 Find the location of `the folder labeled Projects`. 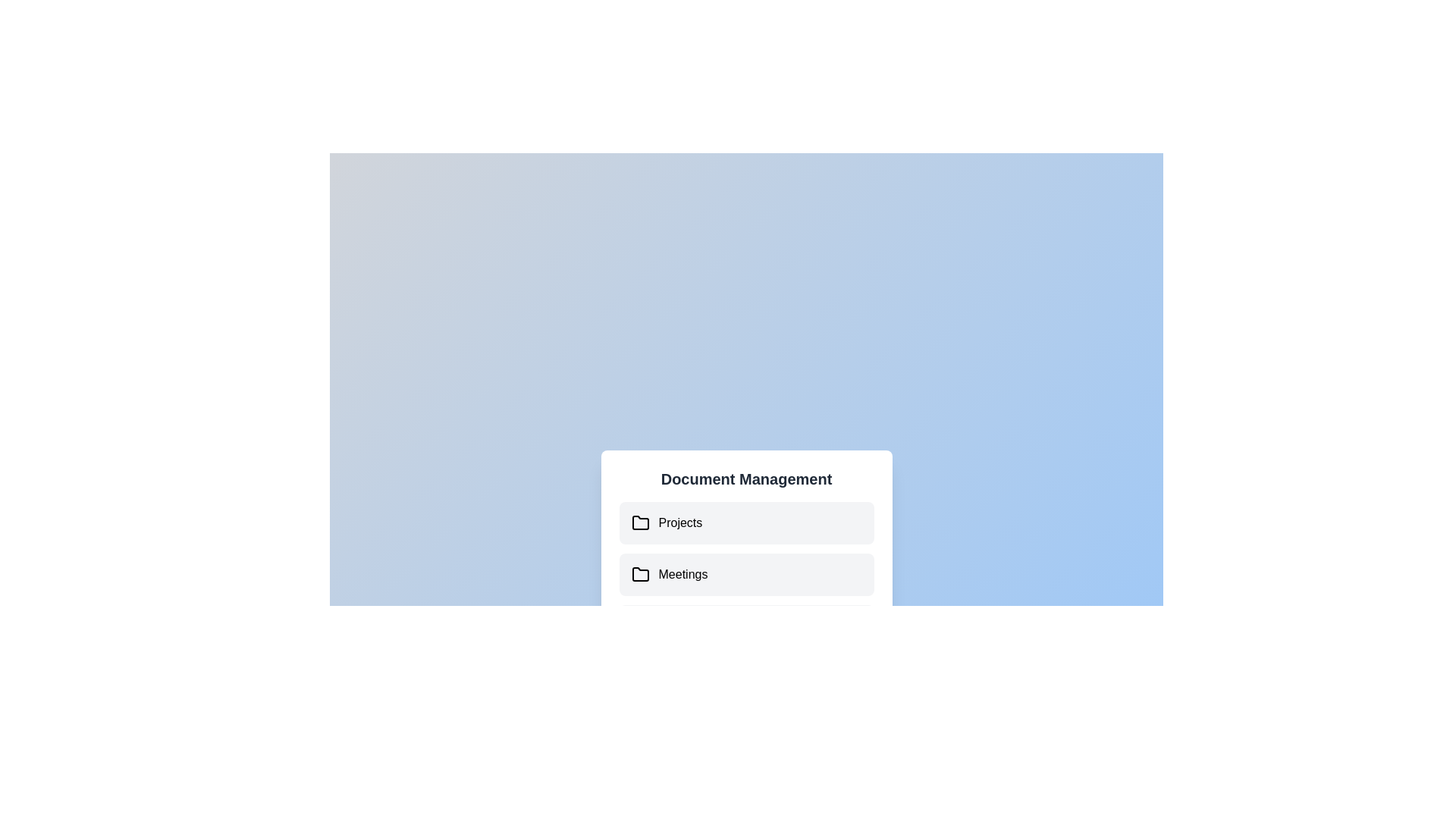

the folder labeled Projects is located at coordinates (632, 522).